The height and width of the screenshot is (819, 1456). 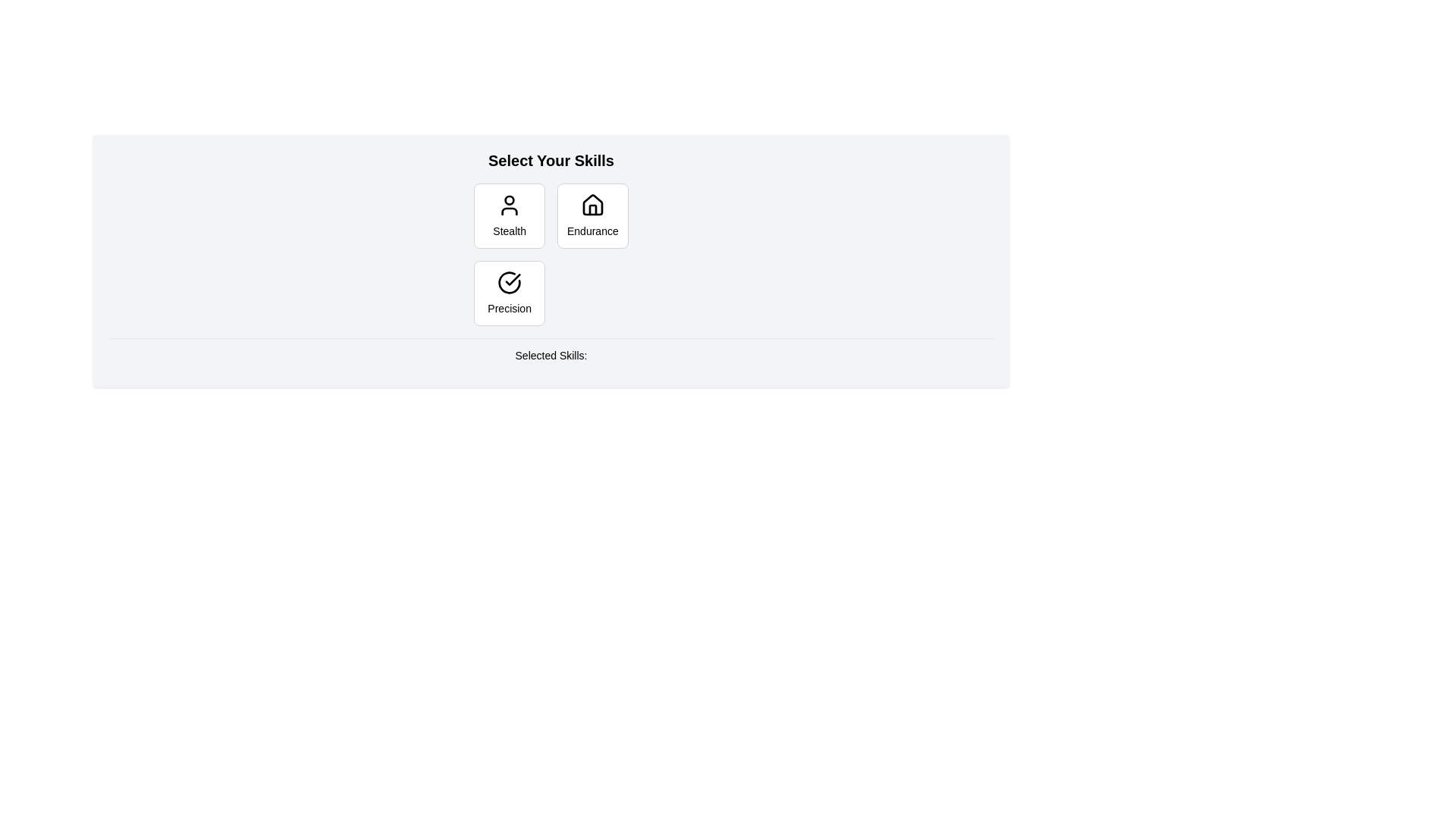 What do you see at coordinates (591, 205) in the screenshot?
I see `the house-shaped icon, which is the second object in a row of selectable skills icons` at bounding box center [591, 205].